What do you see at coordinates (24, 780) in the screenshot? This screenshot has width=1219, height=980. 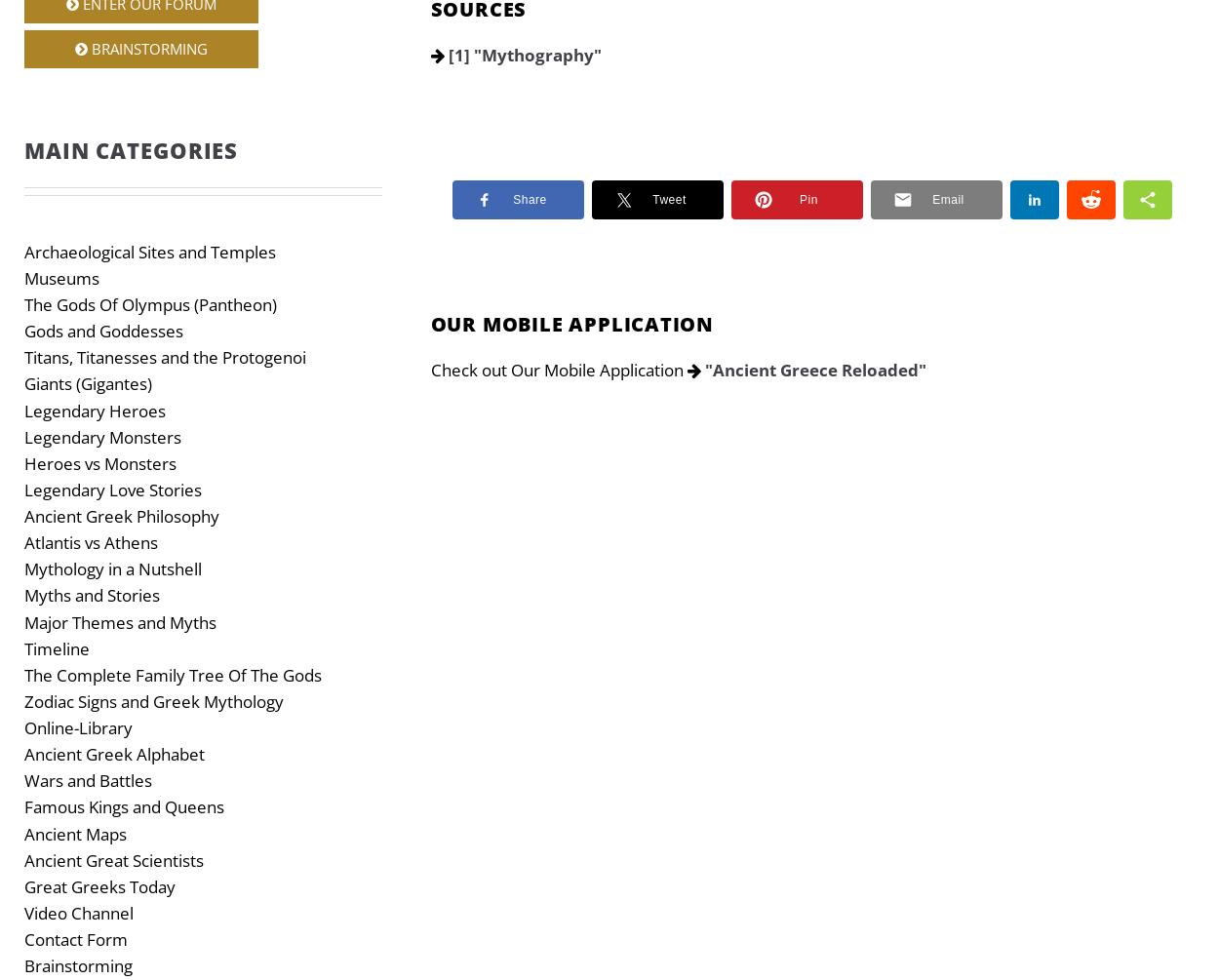 I see `'Wars and Battles'` at bounding box center [24, 780].